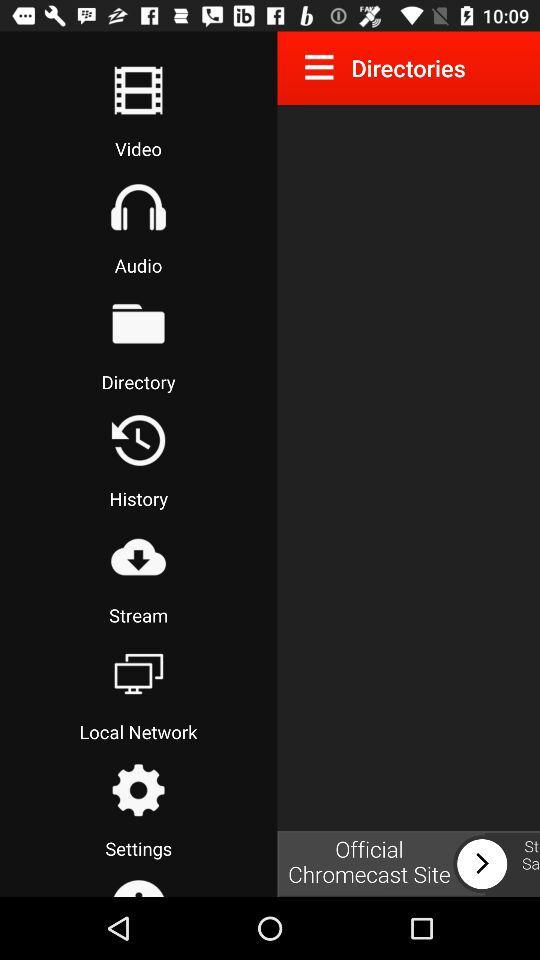 This screenshot has height=960, width=540. What do you see at coordinates (137, 440) in the screenshot?
I see `the history icon` at bounding box center [137, 440].